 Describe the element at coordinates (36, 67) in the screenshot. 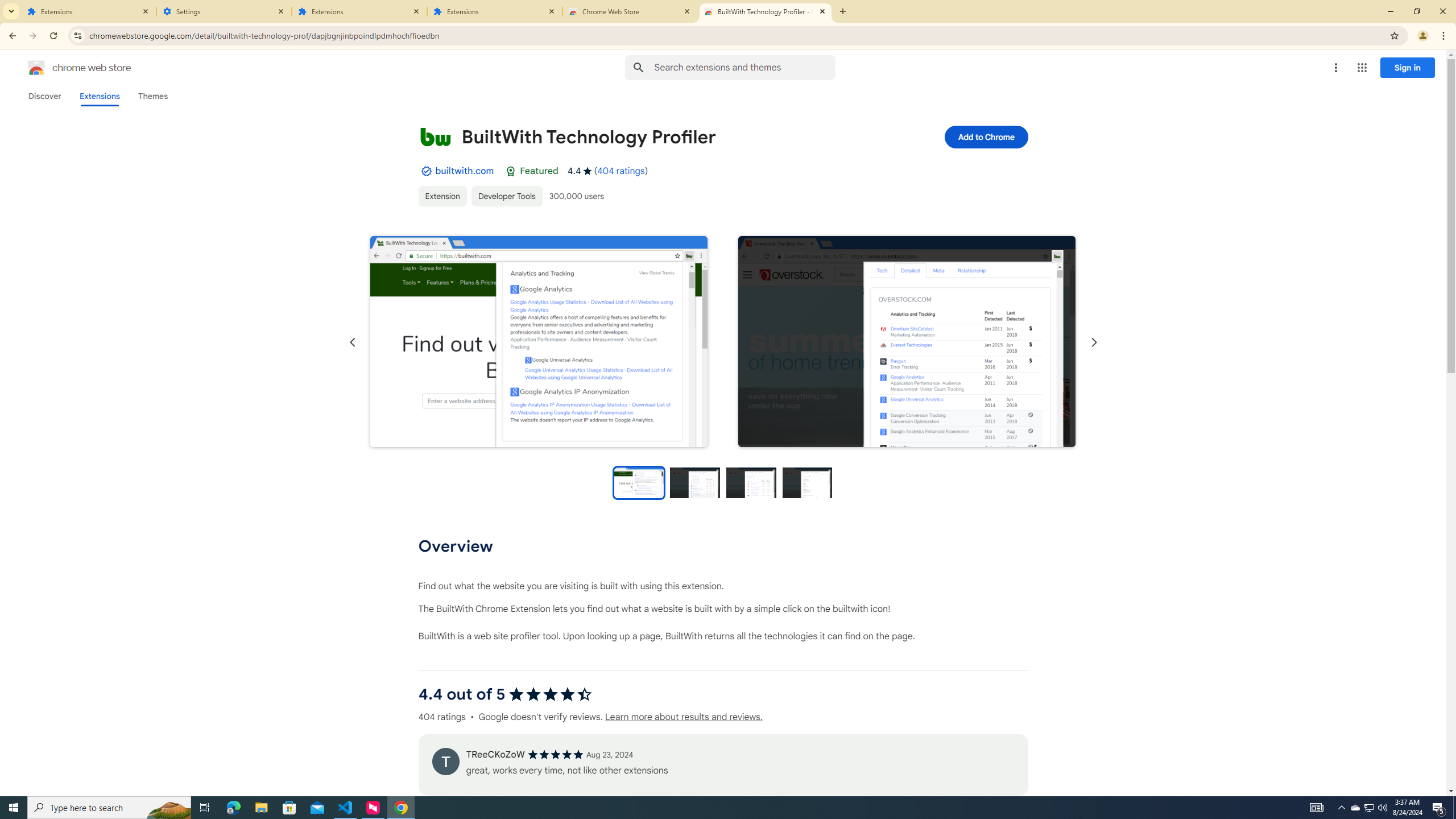

I see `'Chrome Web Store logo'` at that location.